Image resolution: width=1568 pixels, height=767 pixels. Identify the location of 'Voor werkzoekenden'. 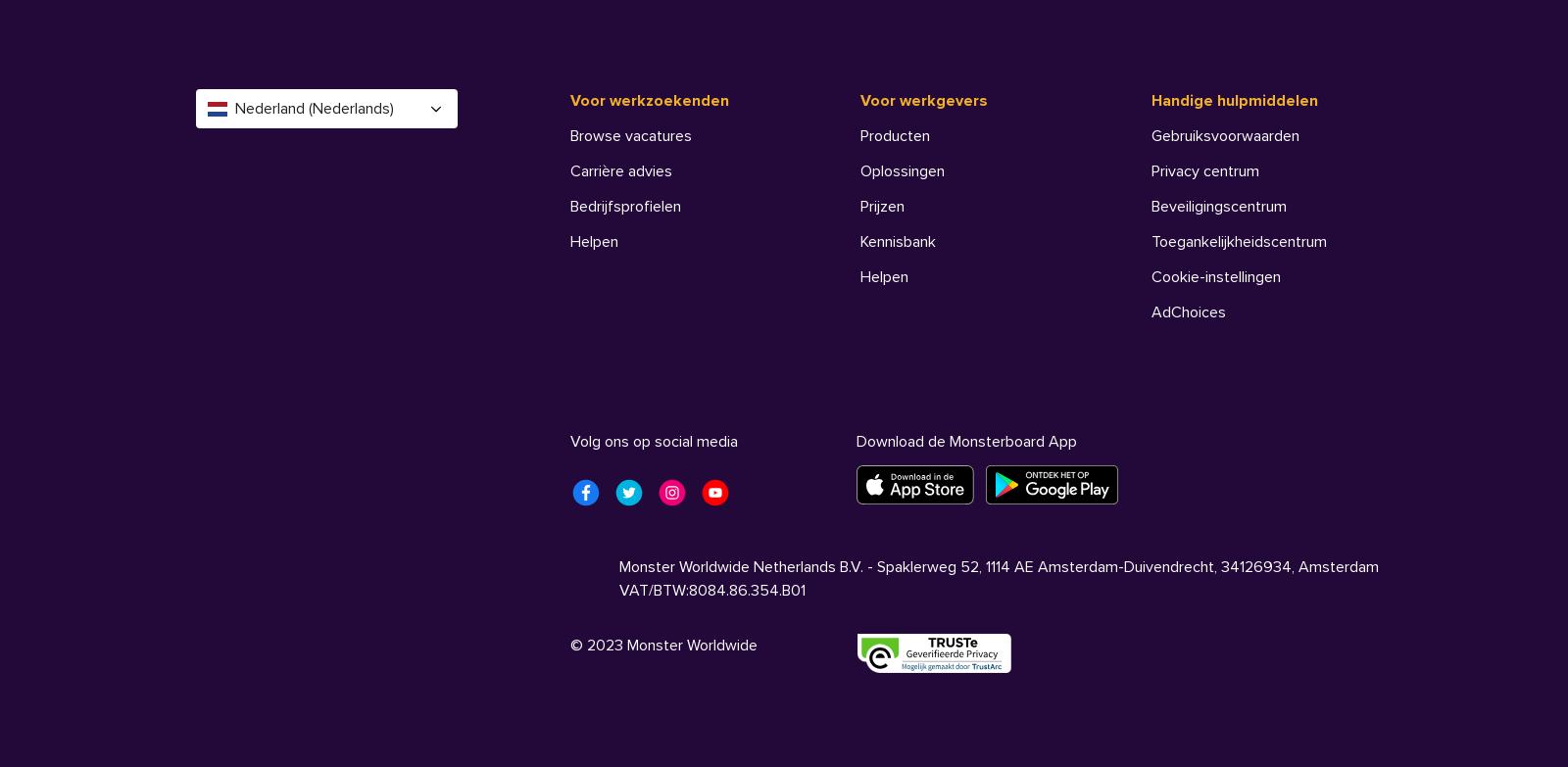
(567, 100).